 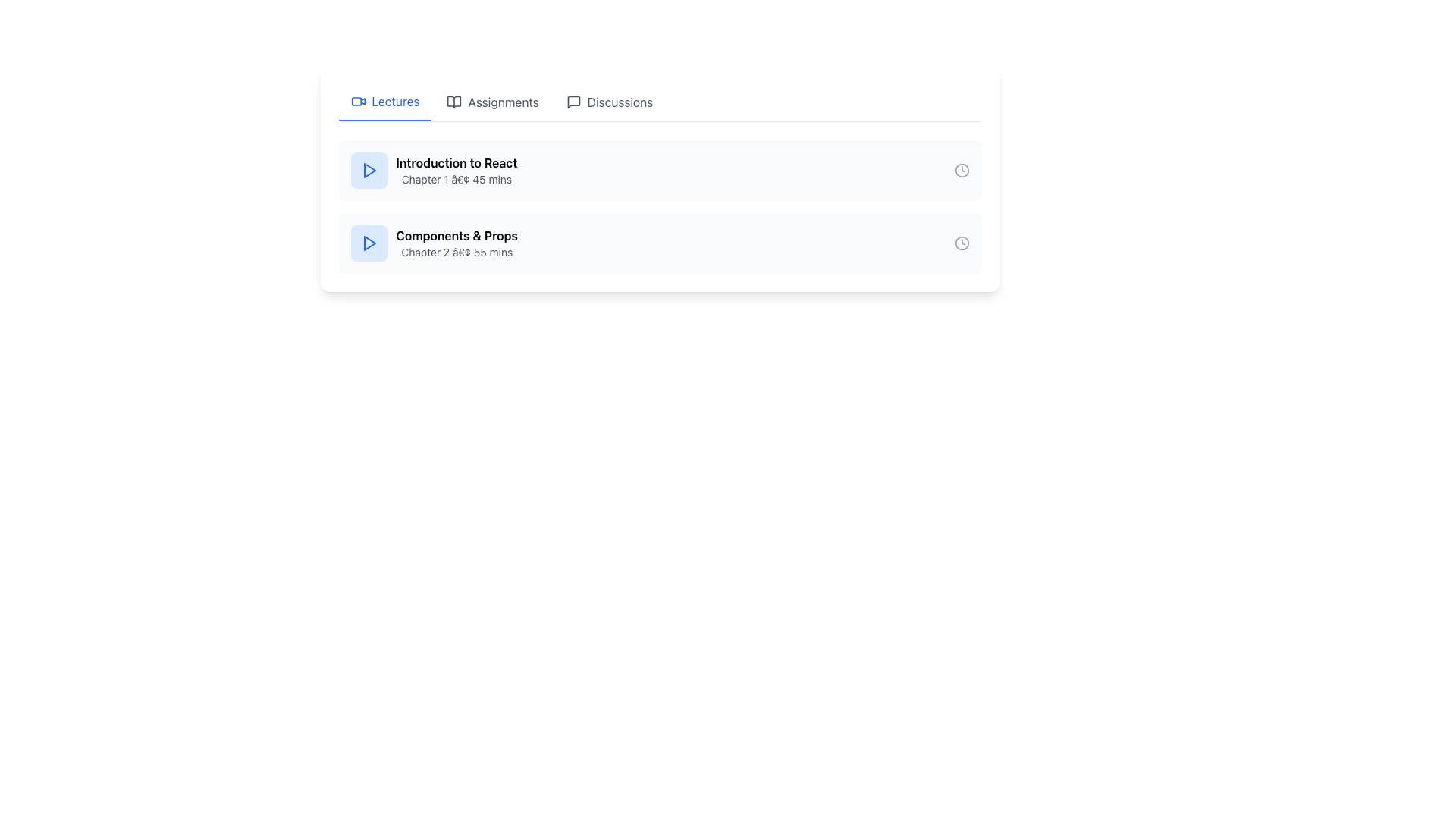 What do you see at coordinates (456, 178) in the screenshot?
I see `the static text label that reads 'Chapter 1 • 45 mins', which is styled in a smaller gray font and located directly below 'Introduction to React'` at bounding box center [456, 178].